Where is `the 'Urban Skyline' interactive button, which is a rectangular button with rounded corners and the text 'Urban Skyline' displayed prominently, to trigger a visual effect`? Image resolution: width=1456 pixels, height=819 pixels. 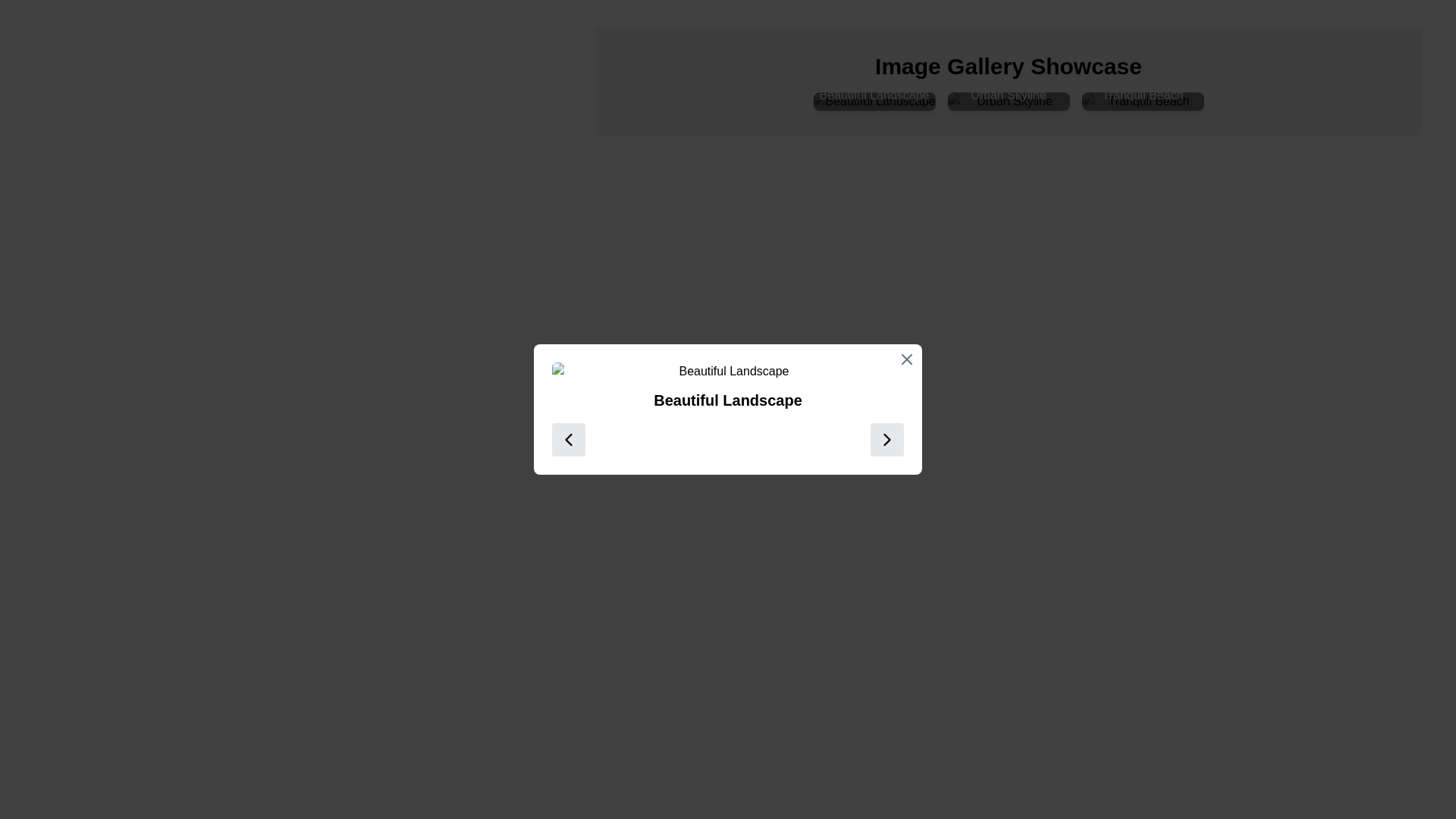
the 'Urban Skyline' interactive button, which is a rectangular button with rounded corners and the text 'Urban Skyline' displayed prominently, to trigger a visual effect is located at coordinates (1008, 102).